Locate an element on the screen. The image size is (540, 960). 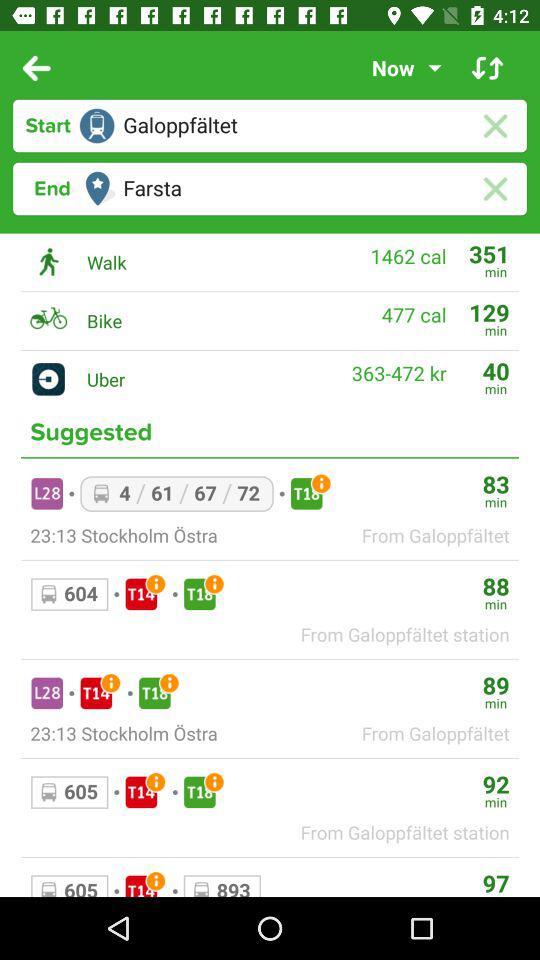
the close icon is located at coordinates (494, 189).